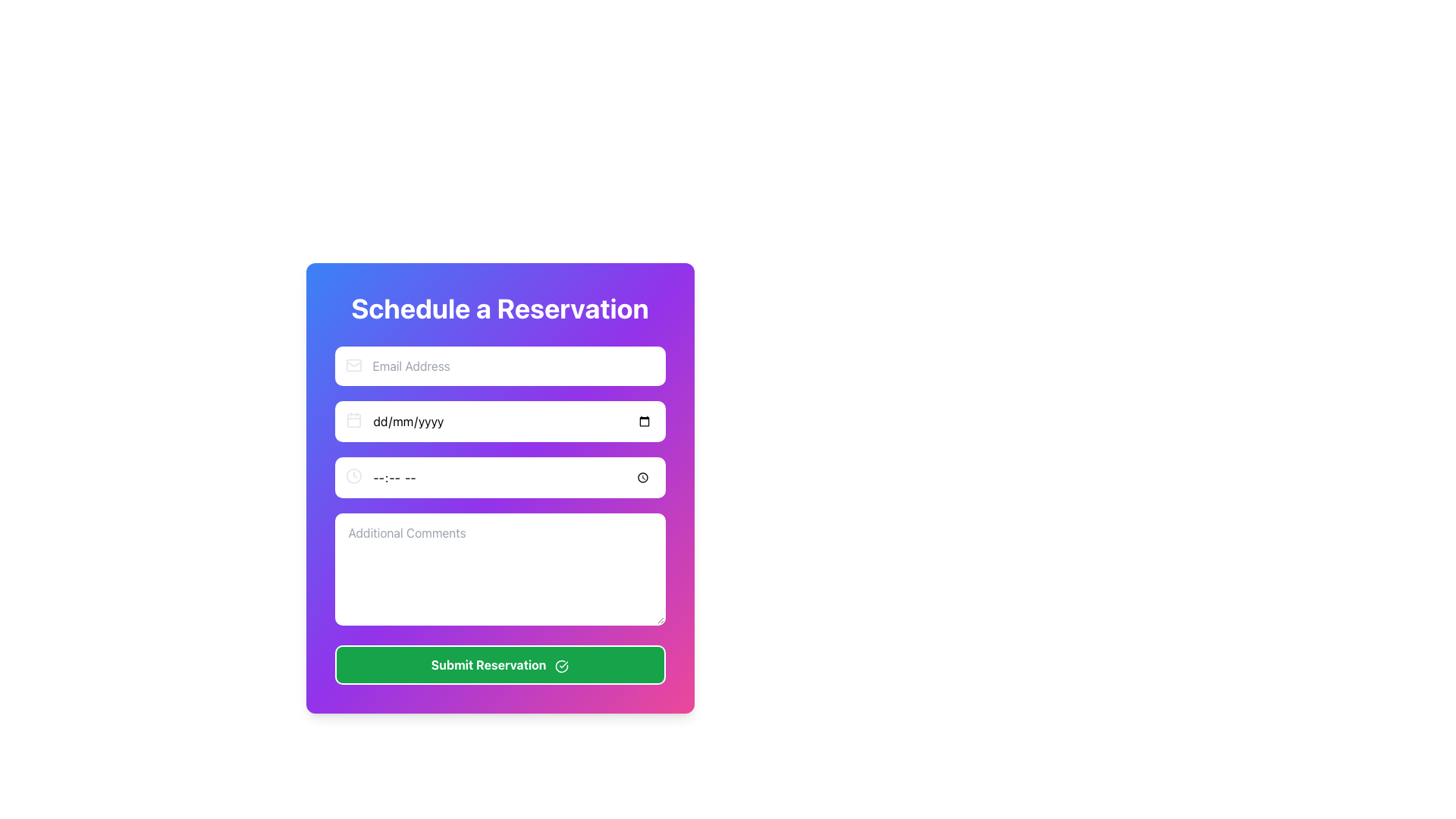  Describe the element at coordinates (500, 571) in the screenshot. I see `the large white textarea input field labeled 'Additional Comments' to focus on it` at that location.